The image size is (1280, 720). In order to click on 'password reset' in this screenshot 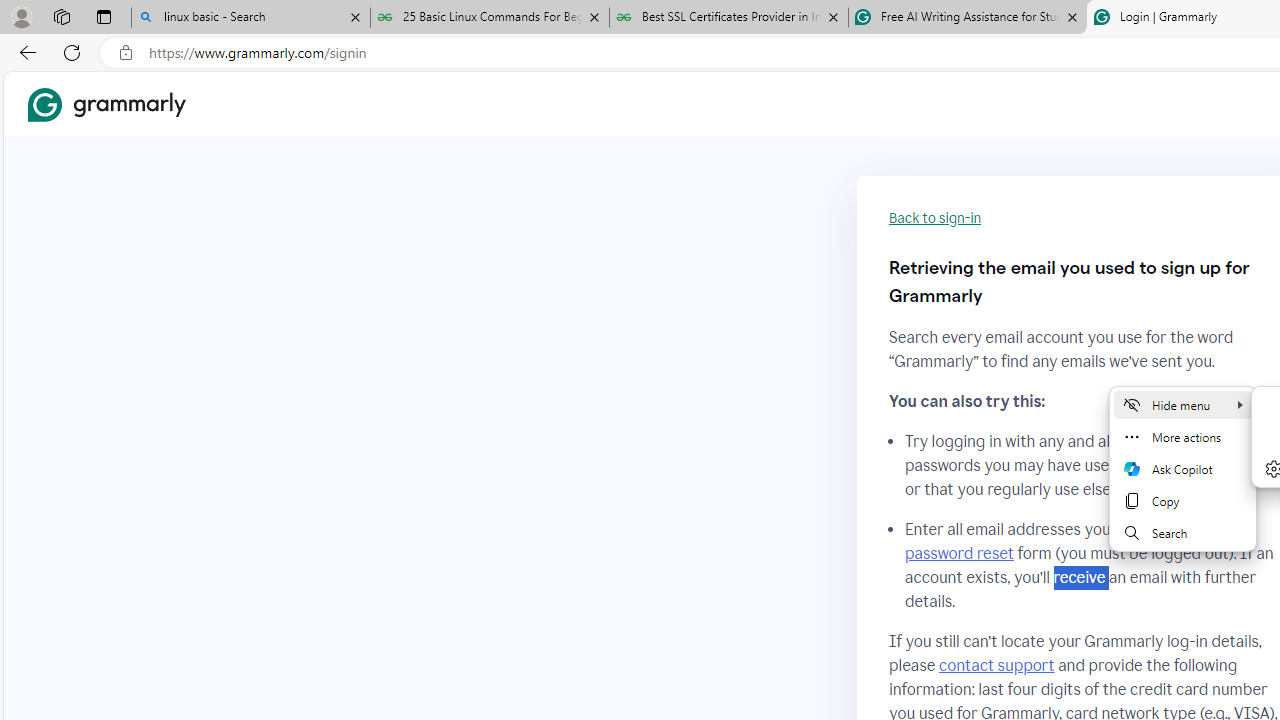, I will do `click(958, 554)`.